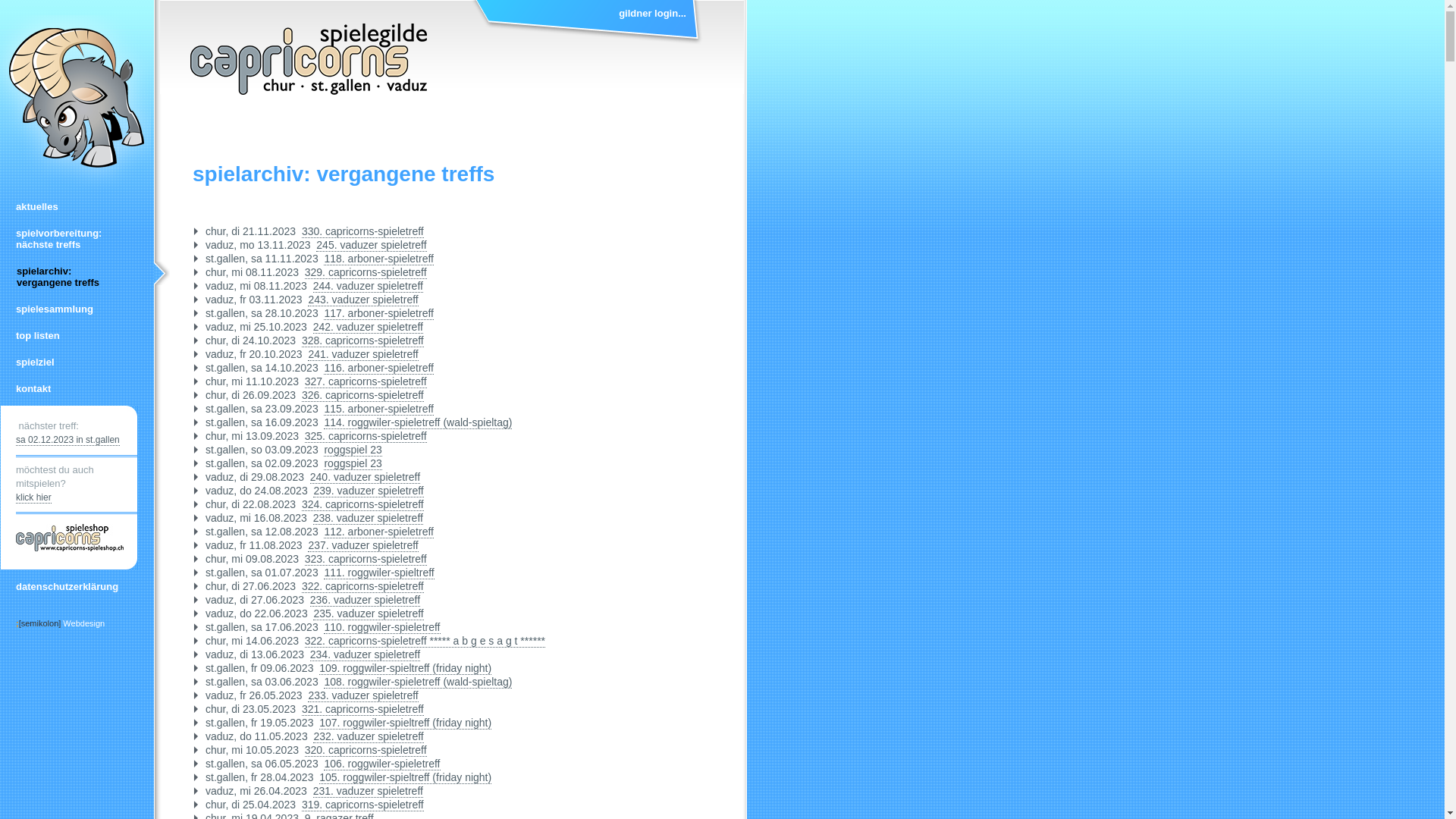 The image size is (1456, 819). I want to click on 'top listen', so click(75, 334).